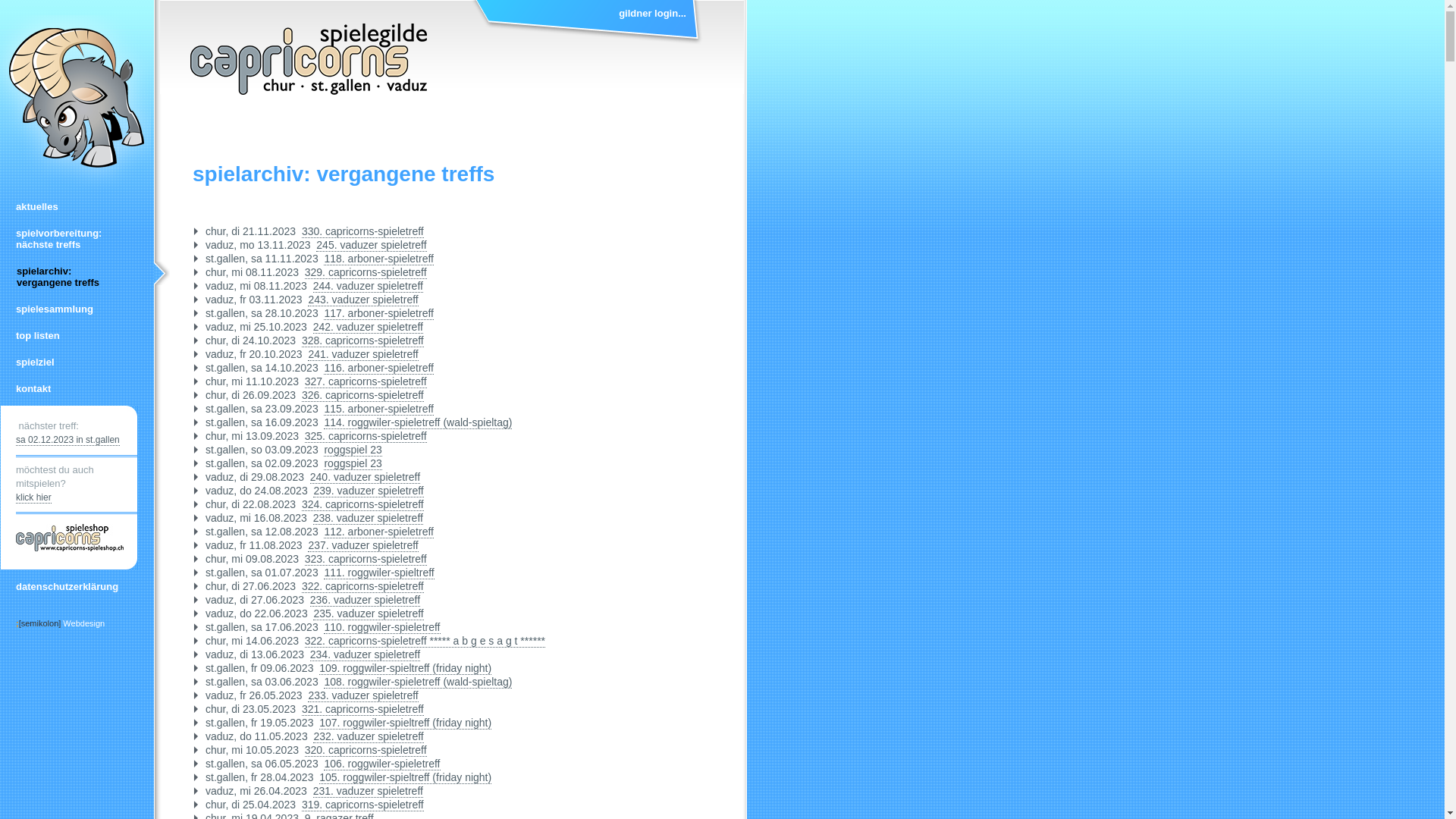 The image size is (1456, 819). I want to click on 'top listen', so click(75, 334).